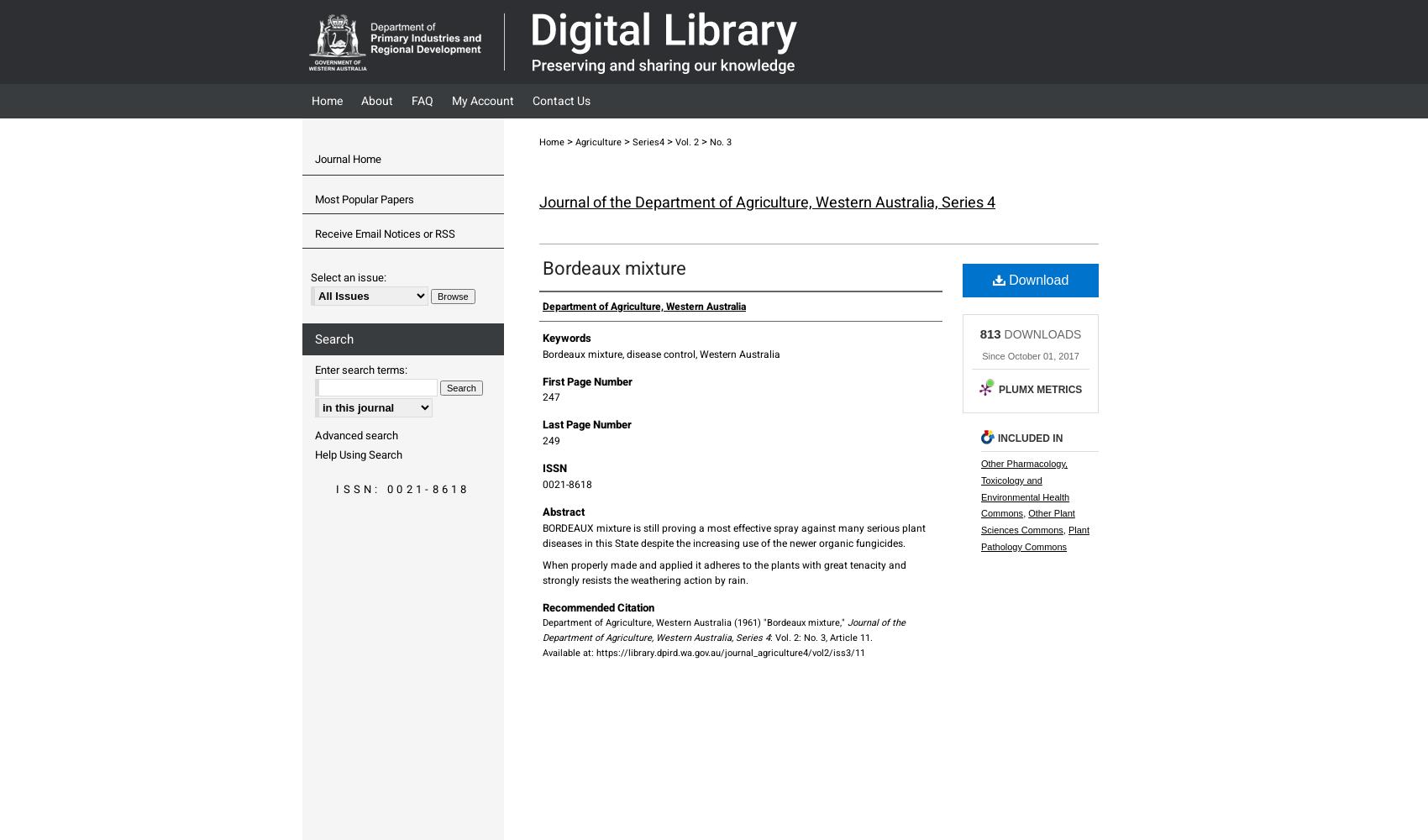 This screenshot has width=1428, height=840. What do you see at coordinates (561, 100) in the screenshot?
I see `'Contact Us'` at bounding box center [561, 100].